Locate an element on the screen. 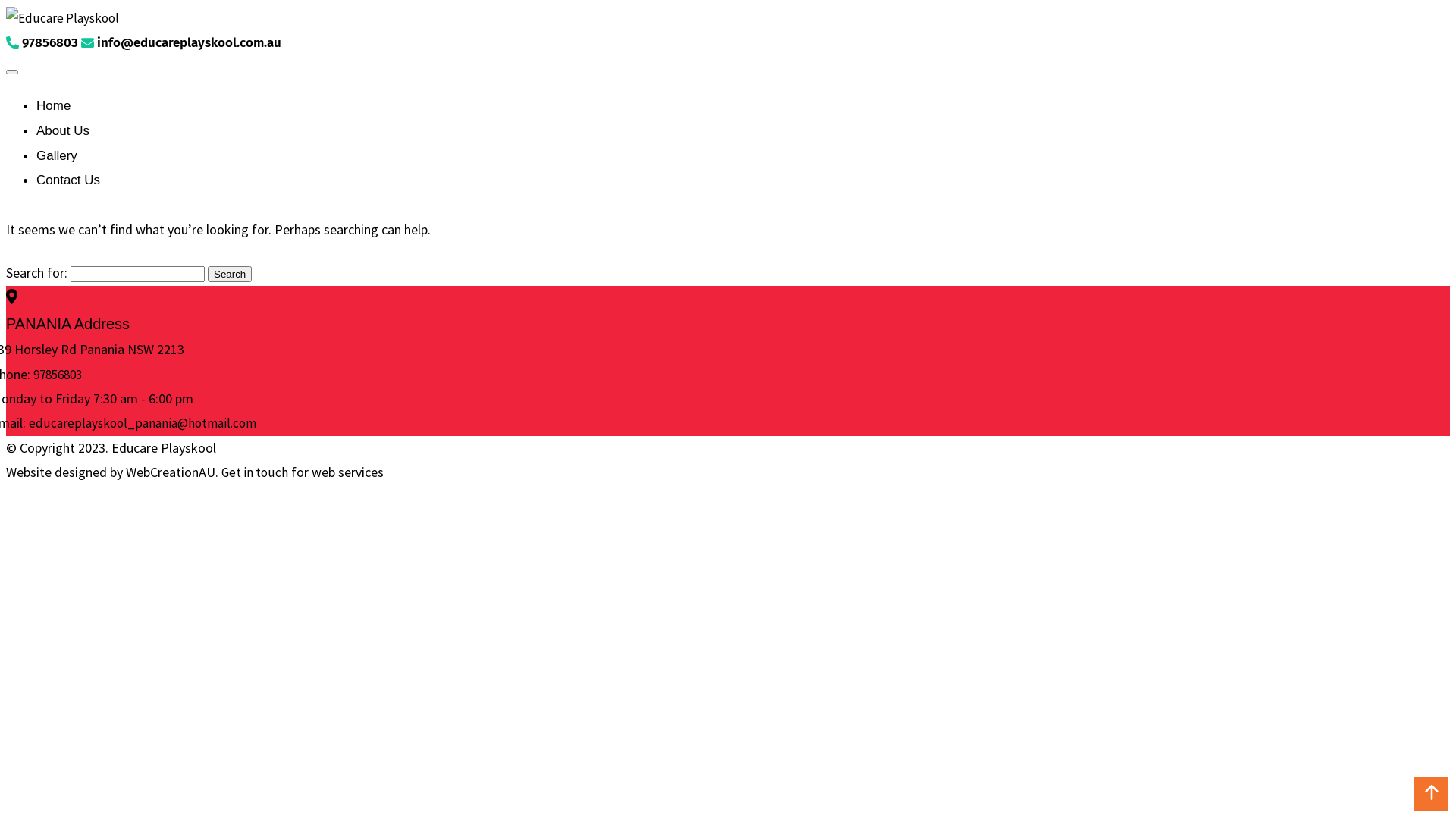 Image resolution: width=1456 pixels, height=819 pixels. 'Search' is located at coordinates (228, 274).